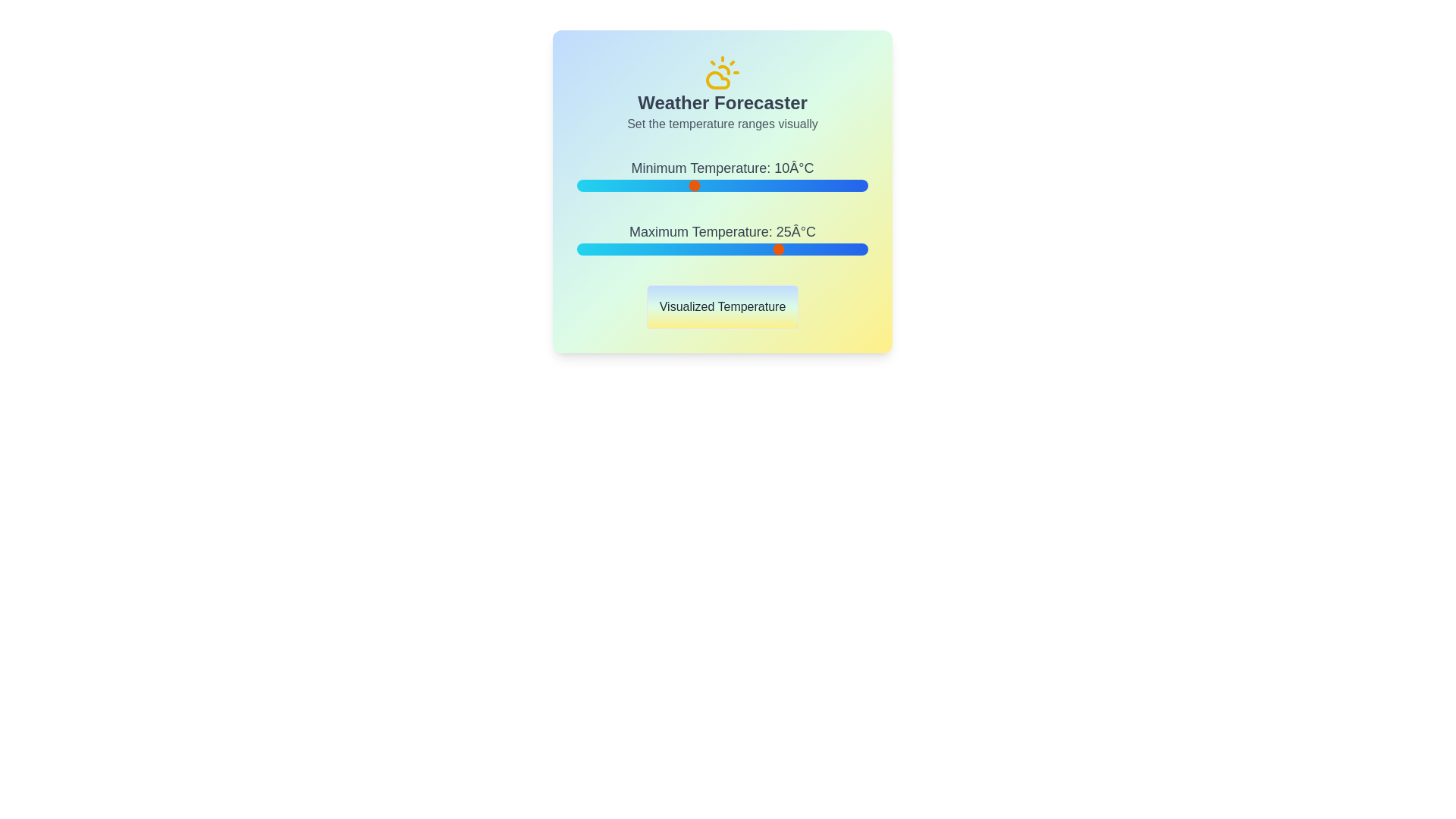 The image size is (1456, 819). I want to click on the maximum temperature slider to 9°C, so click(687, 248).